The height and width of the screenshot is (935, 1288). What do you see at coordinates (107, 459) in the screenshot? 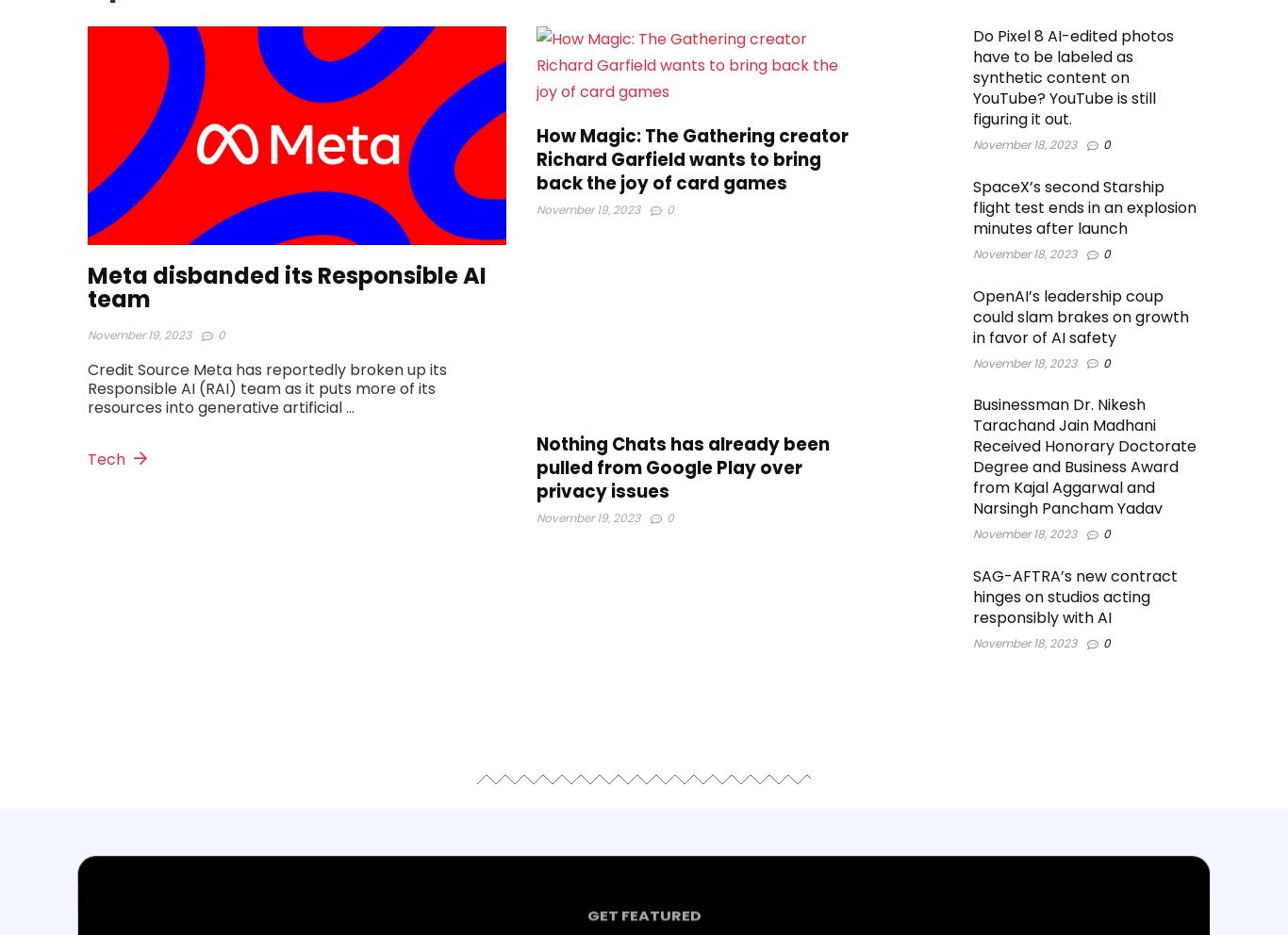
I see `'Tech'` at bounding box center [107, 459].